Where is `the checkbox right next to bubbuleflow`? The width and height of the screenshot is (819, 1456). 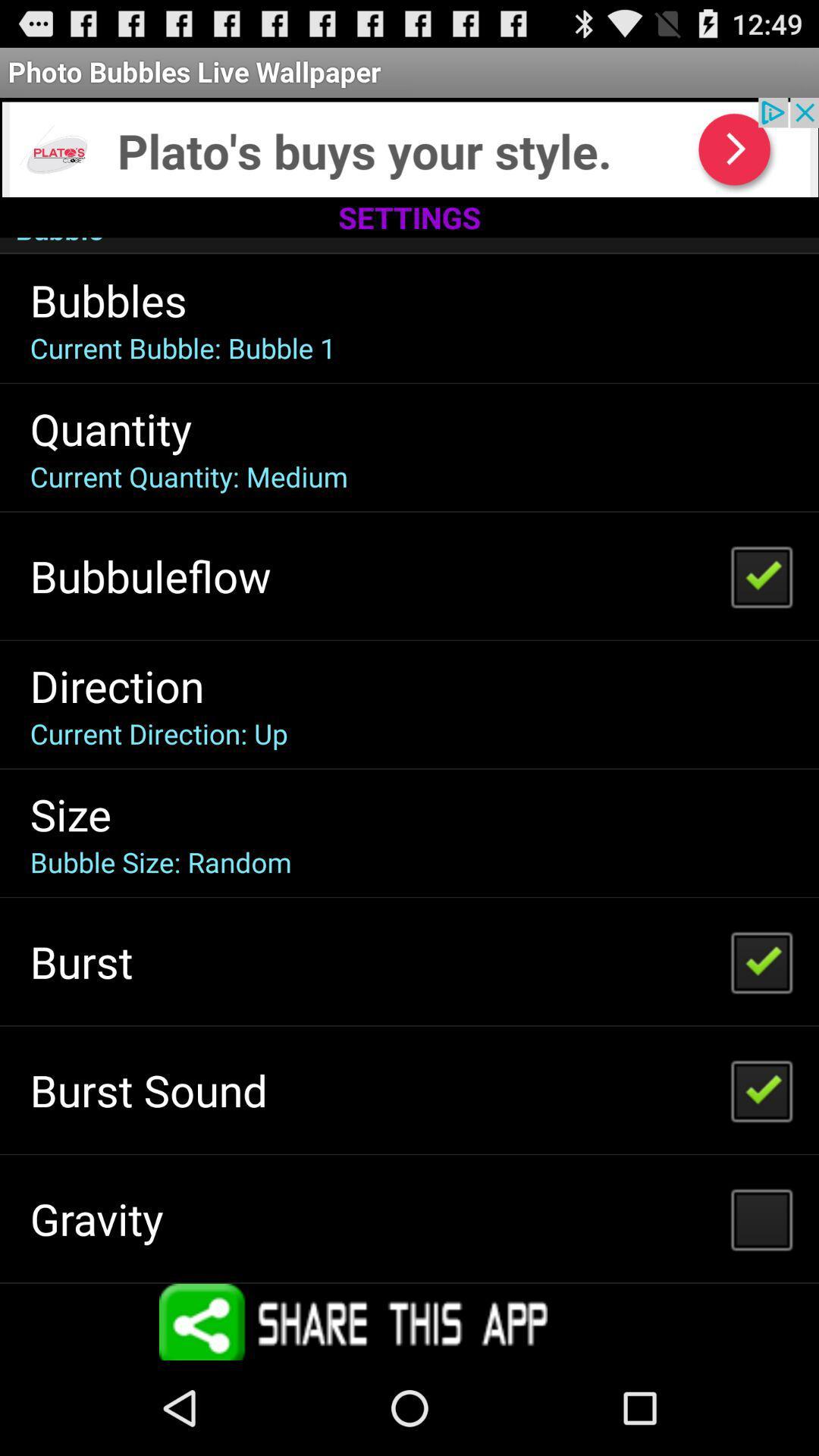
the checkbox right next to bubbuleflow is located at coordinates (761, 575).